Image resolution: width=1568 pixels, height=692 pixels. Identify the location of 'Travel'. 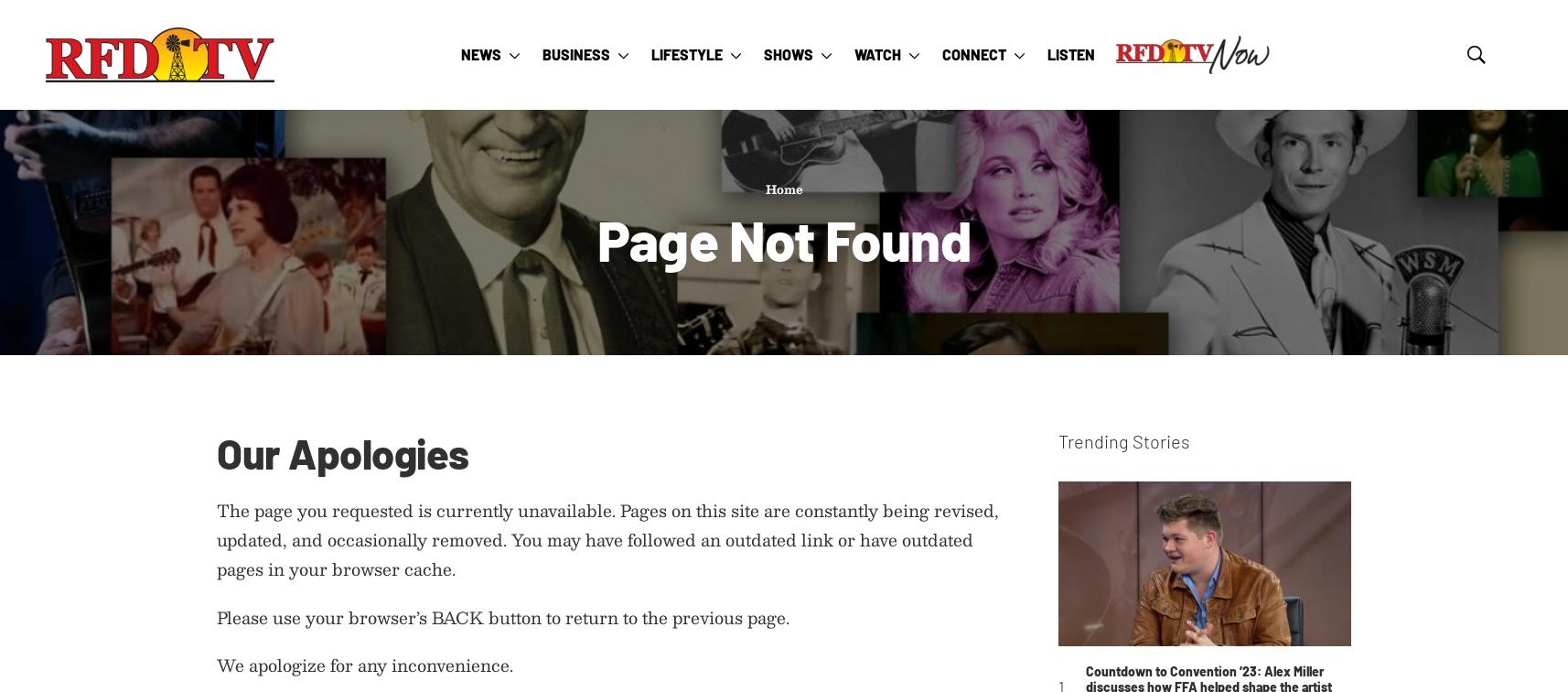
(676, 297).